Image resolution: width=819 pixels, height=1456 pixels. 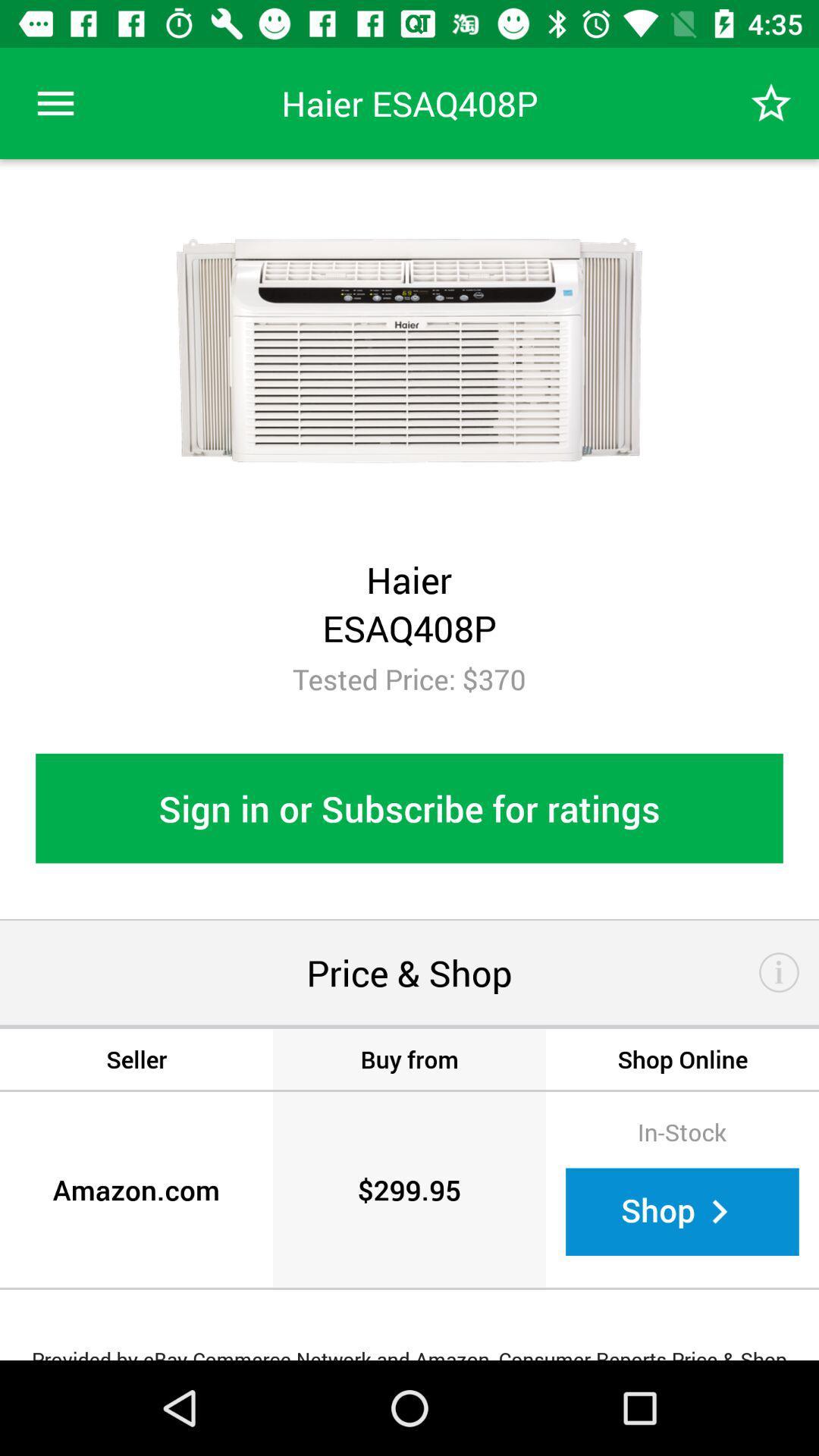 I want to click on icon above tested price: $370, so click(x=771, y=102).